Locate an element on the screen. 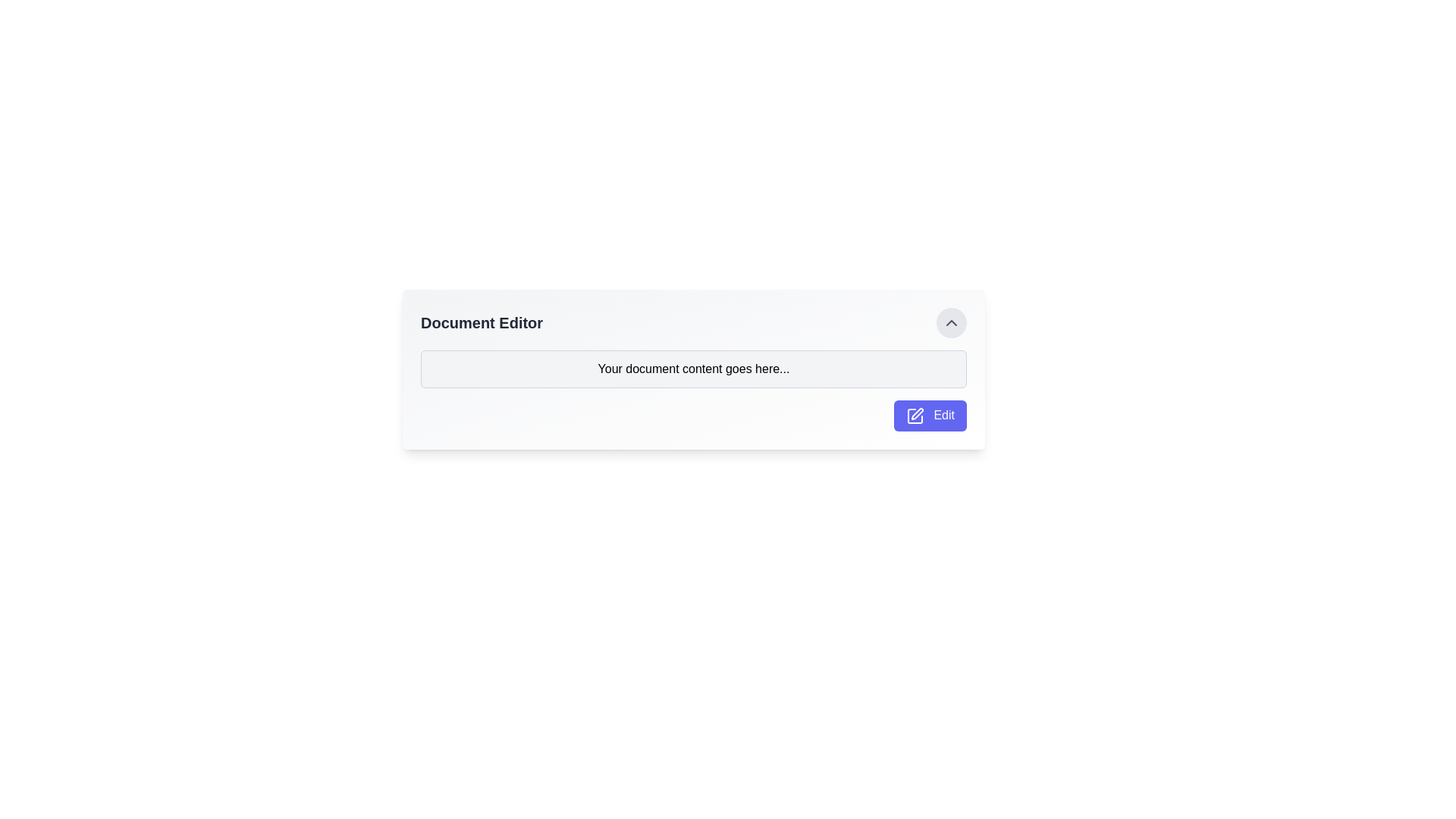  the vector graphic resembling a pen icon located next to the Edit button in the document editor interface is located at coordinates (916, 413).